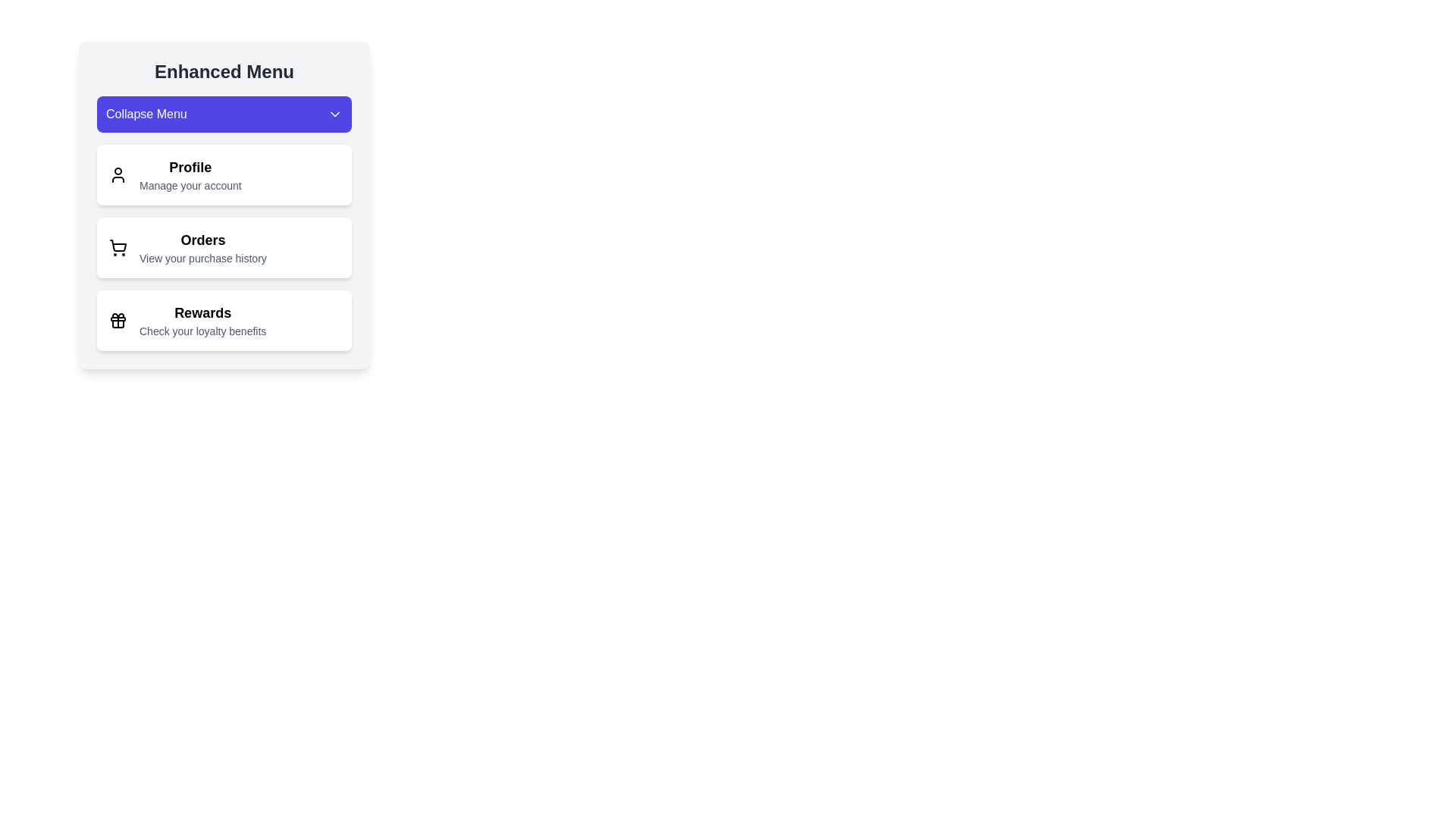 The image size is (1456, 819). Describe the element at coordinates (202, 257) in the screenshot. I see `the descriptive text located below the 'Orders' title in the white card` at that location.